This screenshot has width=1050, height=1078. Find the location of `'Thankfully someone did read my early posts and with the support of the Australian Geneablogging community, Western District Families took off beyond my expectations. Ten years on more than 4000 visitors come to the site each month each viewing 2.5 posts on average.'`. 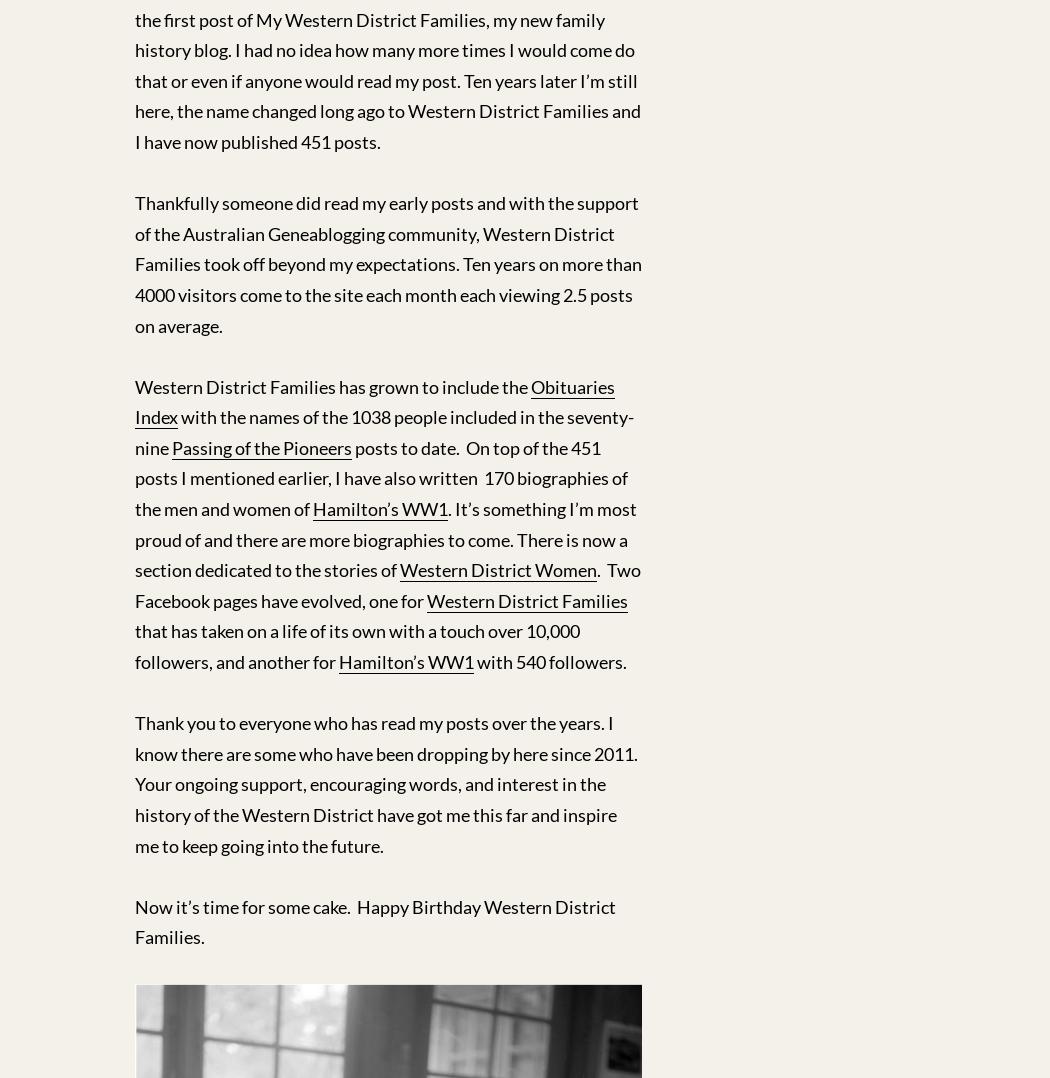

'Thankfully someone did read my early posts and with the support of the Australian Geneablogging community, Western District Families took off beyond my expectations. Ten years on more than 4000 visitors come to the site each month each viewing 2.5 posts on average.' is located at coordinates (388, 263).